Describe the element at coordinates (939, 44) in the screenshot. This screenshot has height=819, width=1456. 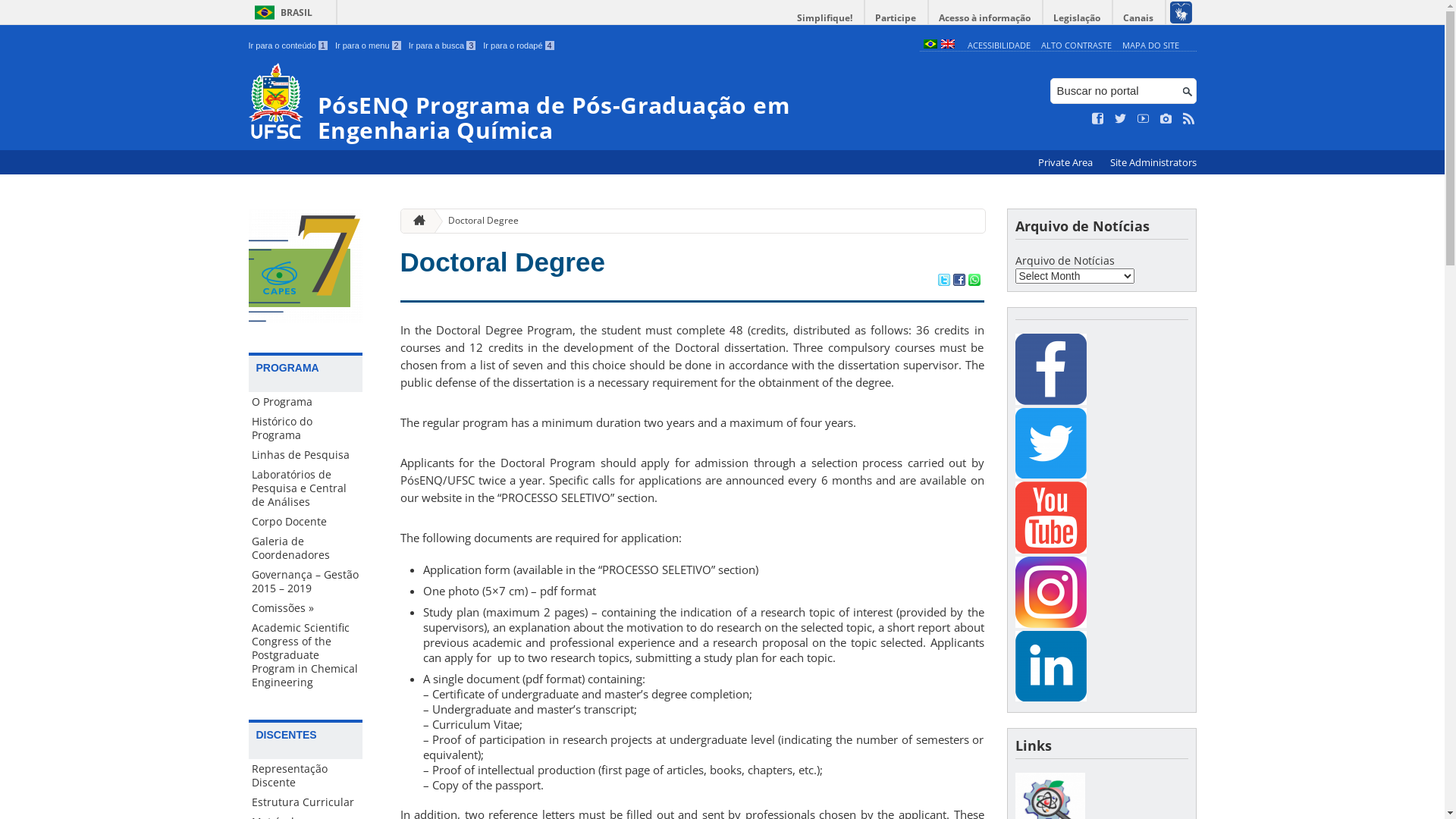
I see `'English (en)'` at that location.